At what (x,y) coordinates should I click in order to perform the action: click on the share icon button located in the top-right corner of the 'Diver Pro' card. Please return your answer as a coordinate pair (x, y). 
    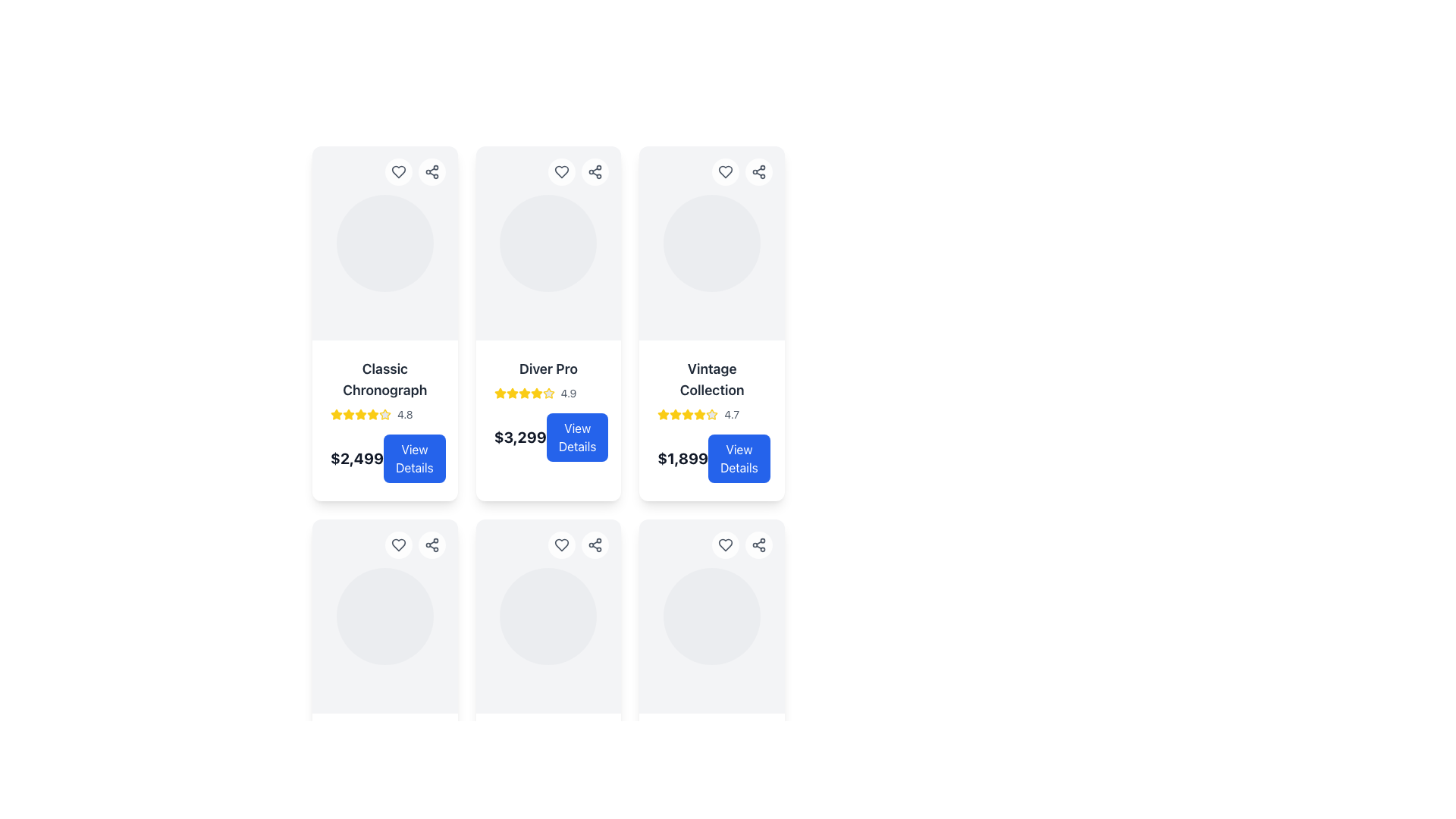
    Looking at the image, I should click on (431, 171).